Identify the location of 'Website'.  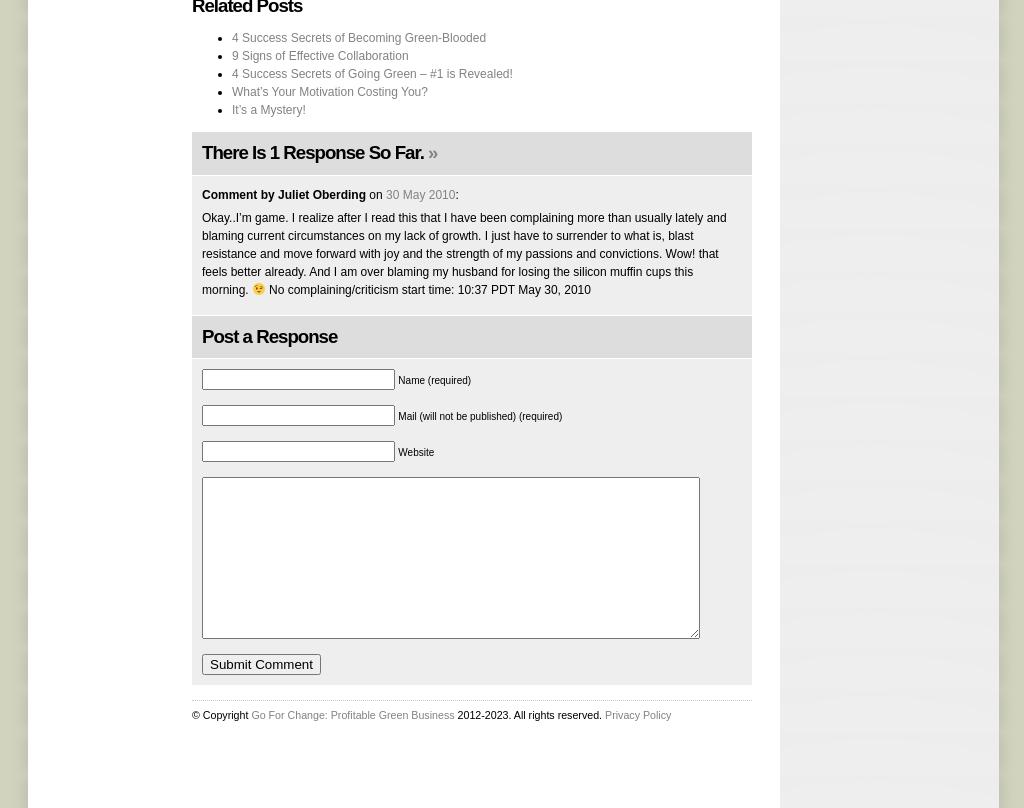
(414, 451).